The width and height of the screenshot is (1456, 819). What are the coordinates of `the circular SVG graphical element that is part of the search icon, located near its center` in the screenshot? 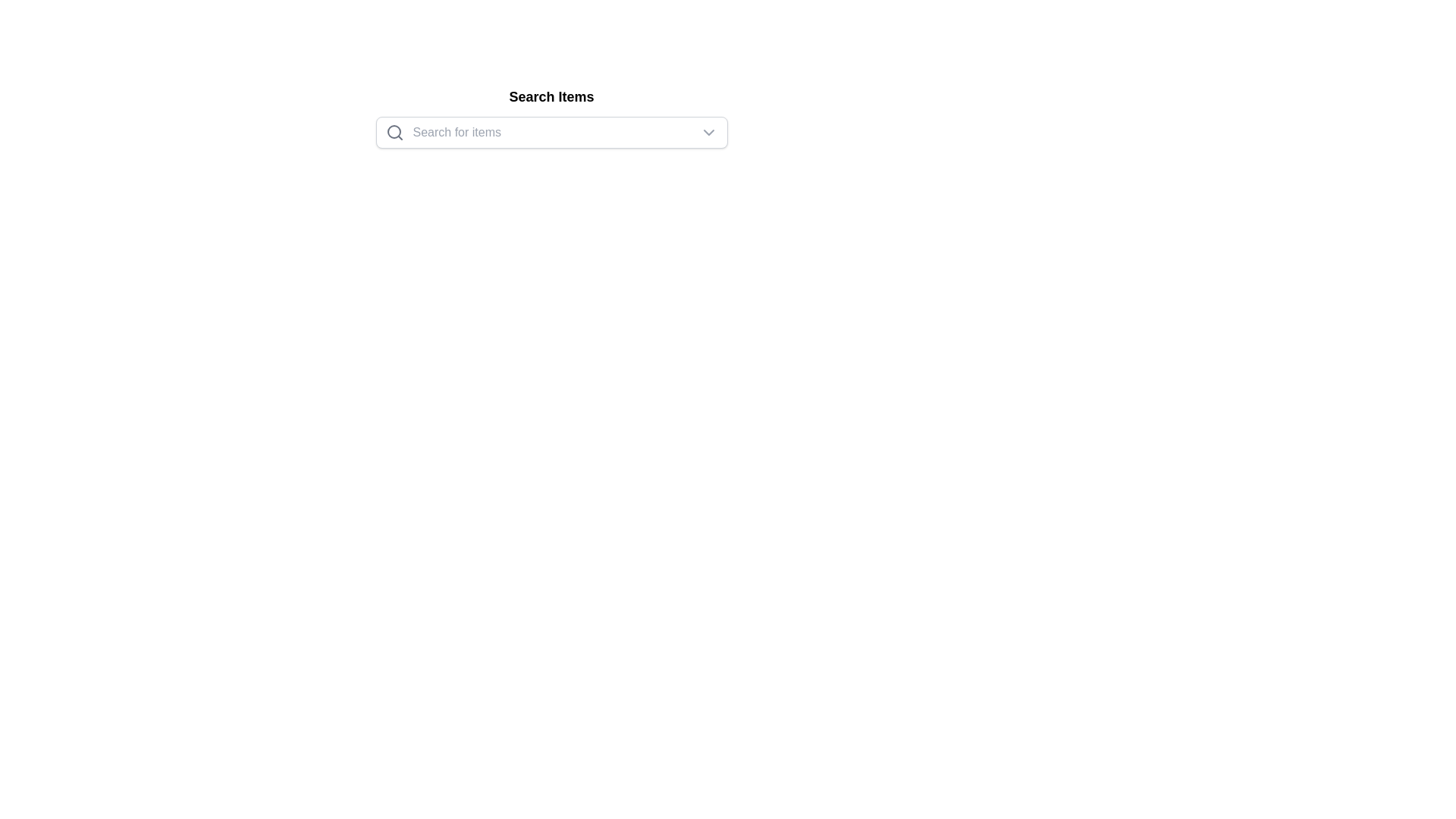 It's located at (394, 130).